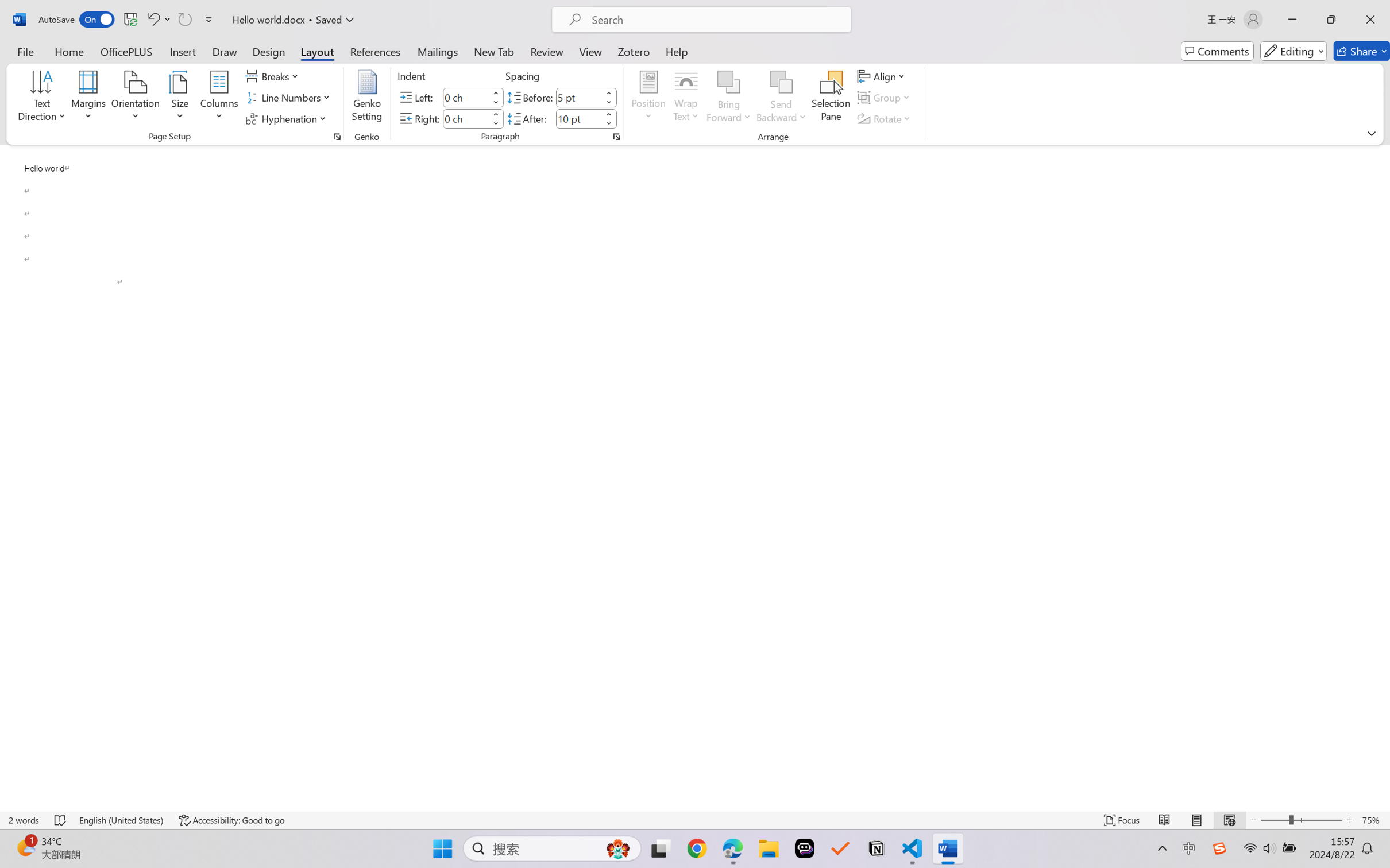  I want to click on 'Bring Forward', so click(729, 82).